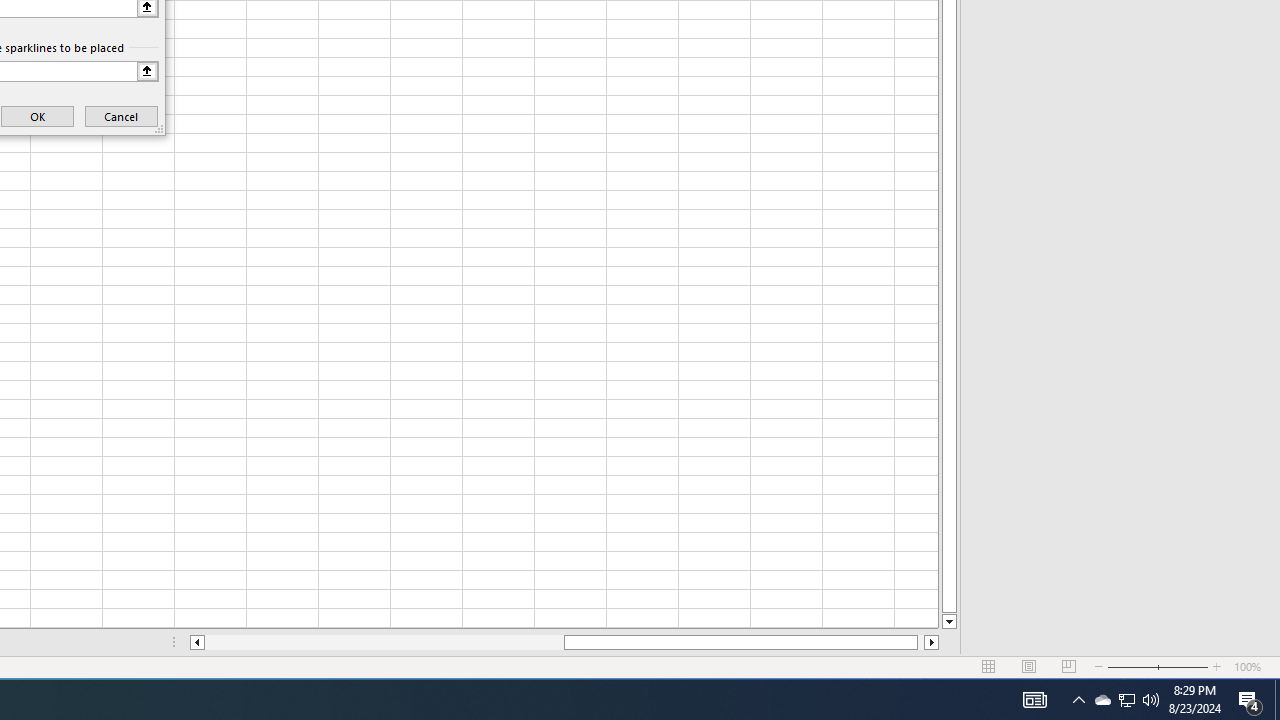 This screenshot has height=720, width=1280. I want to click on 'Page left', so click(384, 642).